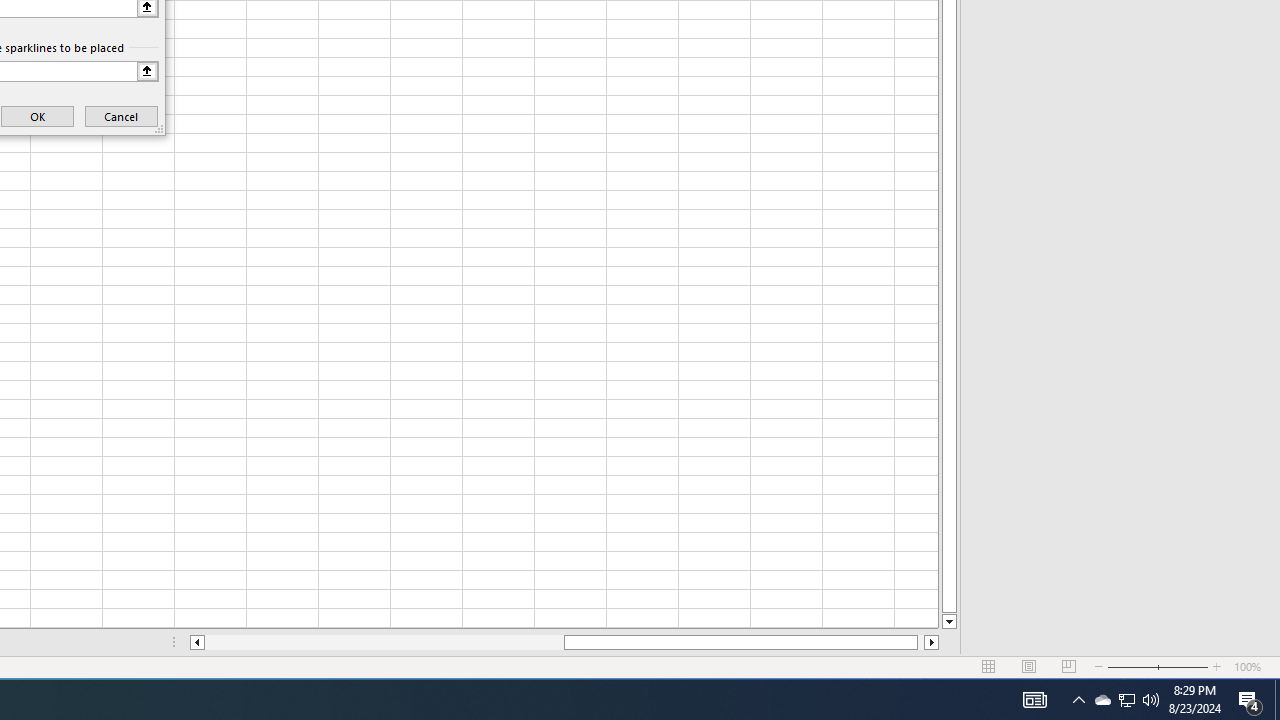 This screenshot has height=720, width=1280. I want to click on 'Page left', so click(384, 642).